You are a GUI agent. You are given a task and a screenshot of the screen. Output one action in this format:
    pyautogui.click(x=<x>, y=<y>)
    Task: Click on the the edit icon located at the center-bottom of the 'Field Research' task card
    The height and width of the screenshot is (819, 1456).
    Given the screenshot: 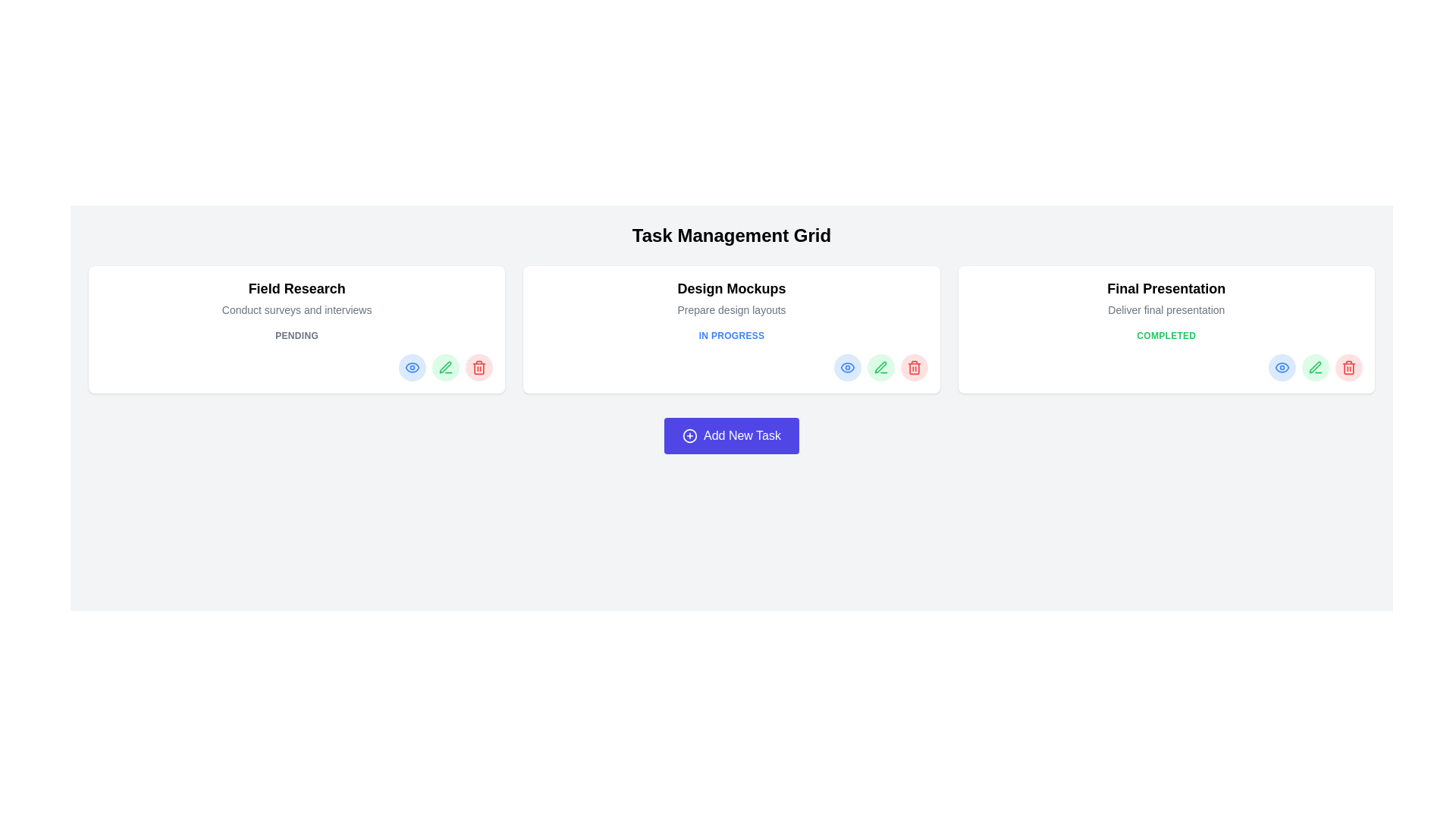 What is the action you would take?
    pyautogui.click(x=445, y=368)
    